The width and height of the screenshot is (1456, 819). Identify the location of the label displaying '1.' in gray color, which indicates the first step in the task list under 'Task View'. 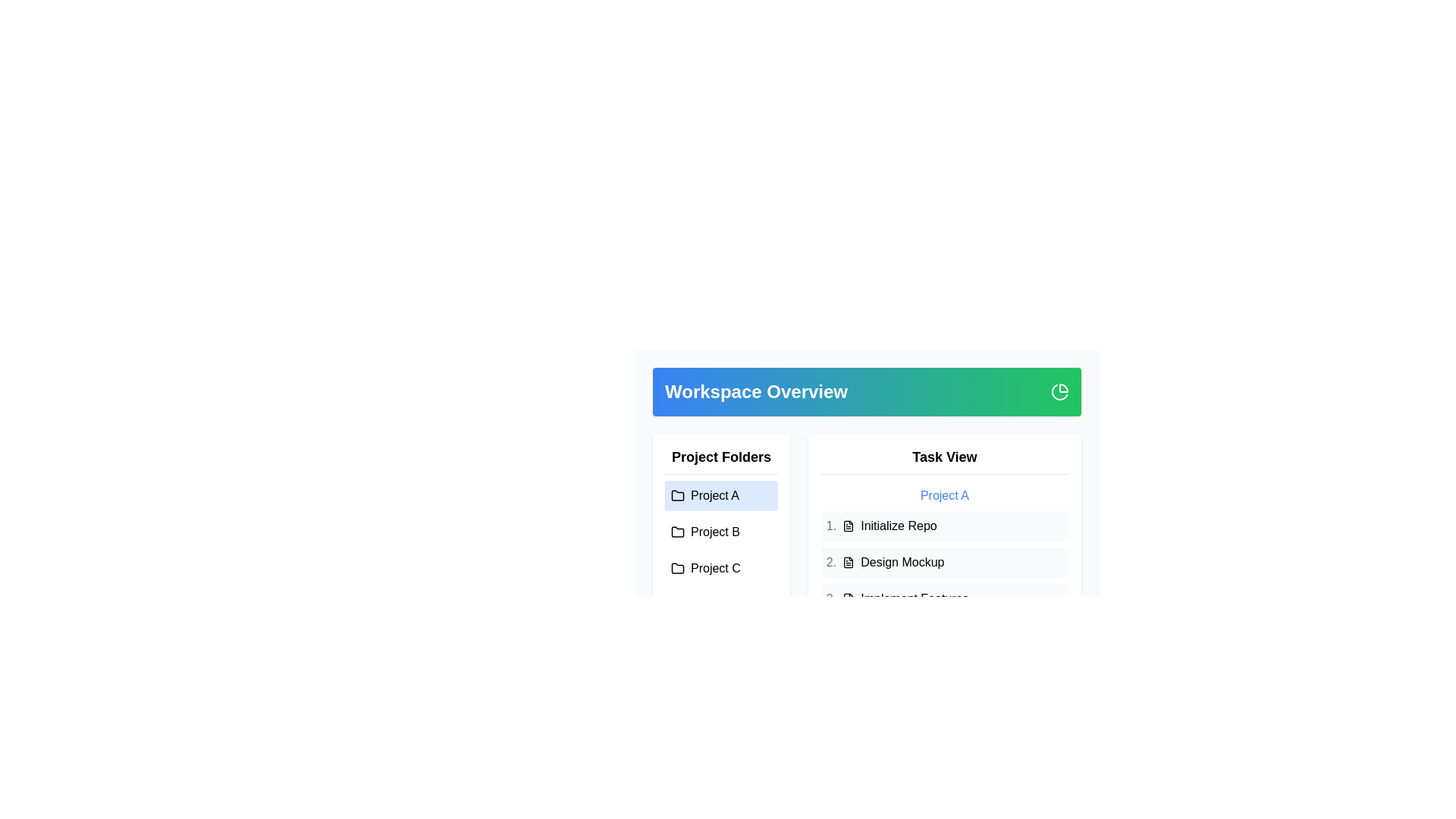
(830, 526).